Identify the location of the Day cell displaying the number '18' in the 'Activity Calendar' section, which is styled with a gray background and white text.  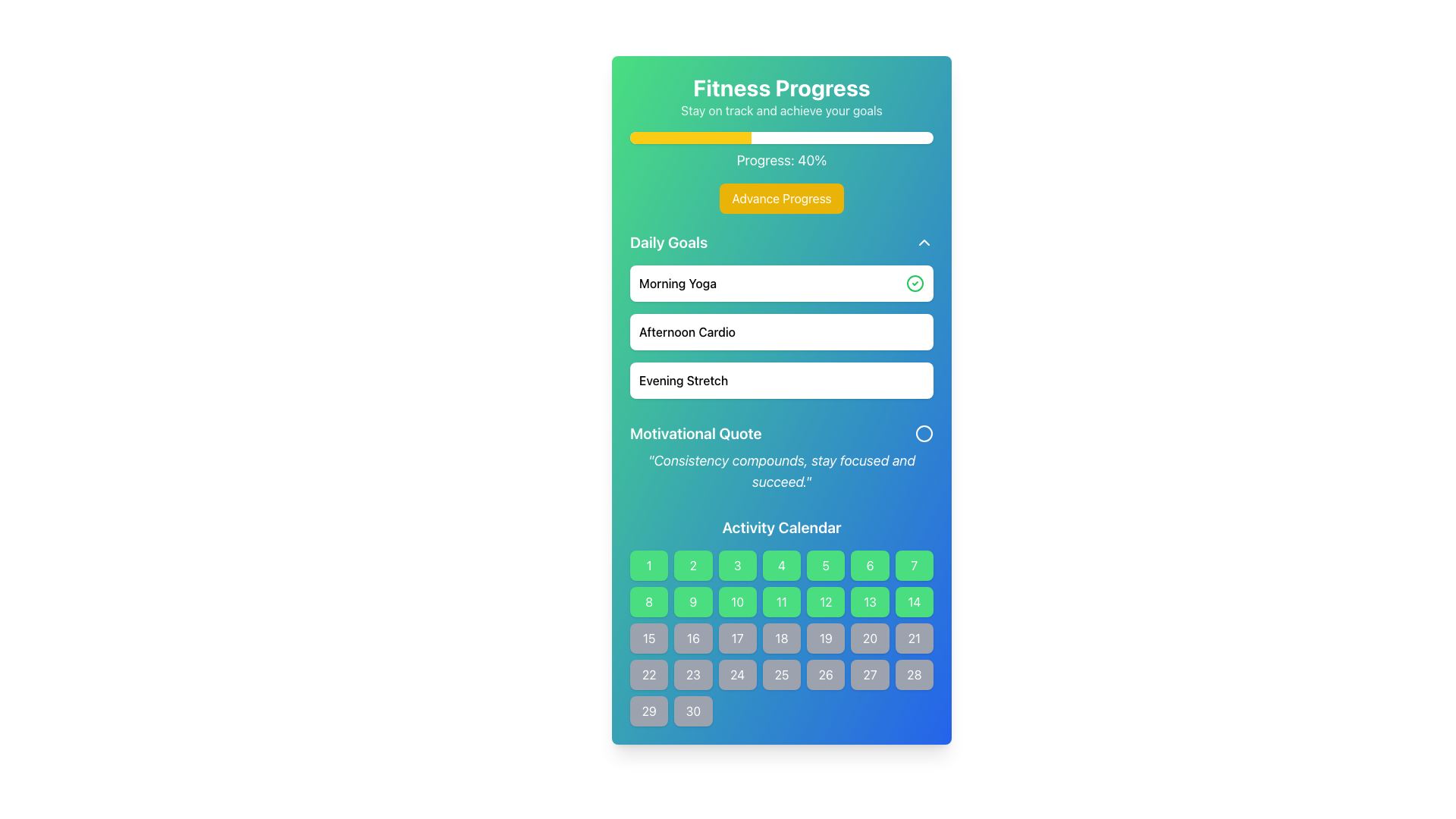
(782, 638).